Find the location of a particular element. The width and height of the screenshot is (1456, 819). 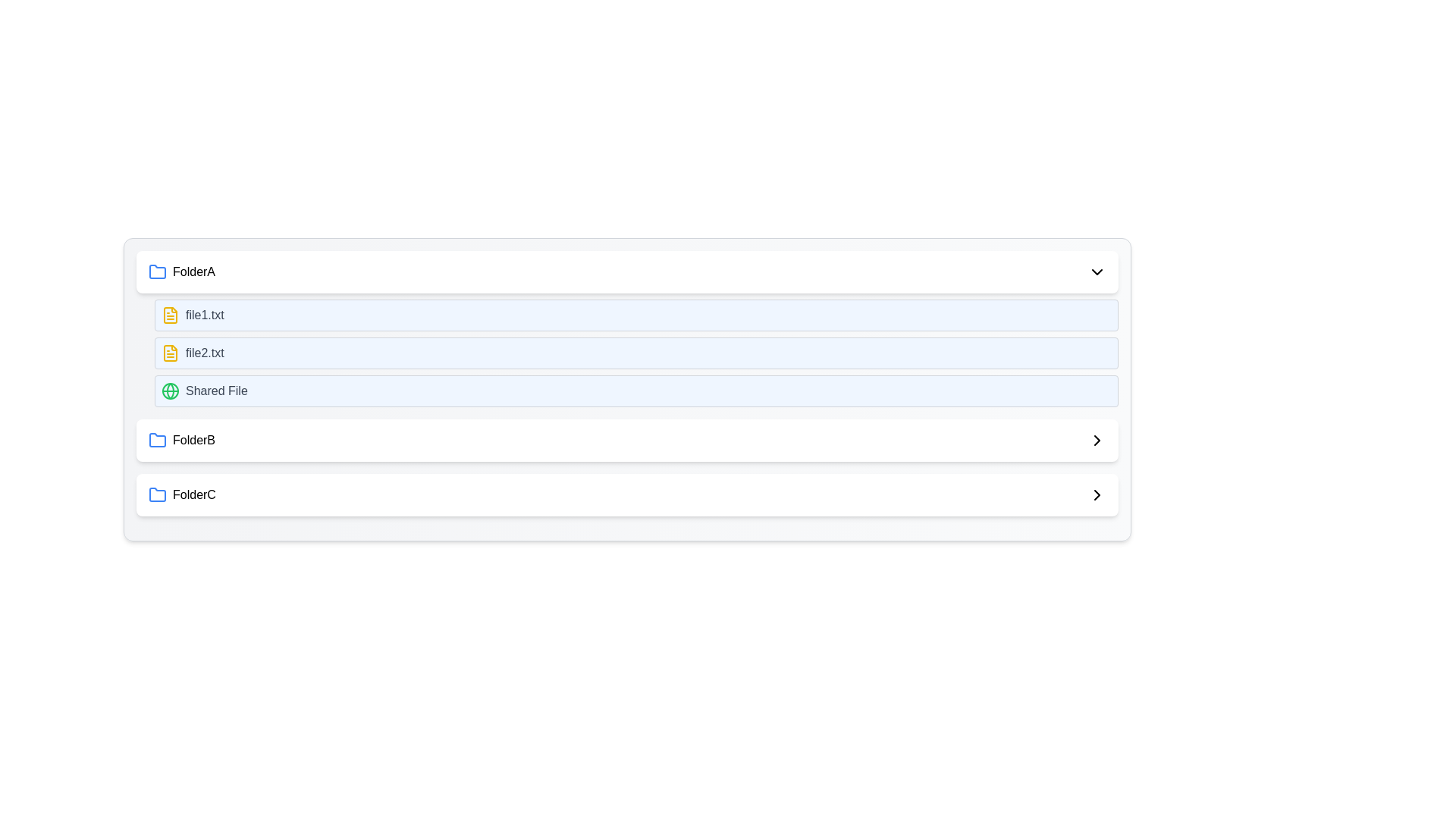

the arrow-shaped vector graphic control for navigation associated with the 'FolderB' section header is located at coordinates (1097, 441).